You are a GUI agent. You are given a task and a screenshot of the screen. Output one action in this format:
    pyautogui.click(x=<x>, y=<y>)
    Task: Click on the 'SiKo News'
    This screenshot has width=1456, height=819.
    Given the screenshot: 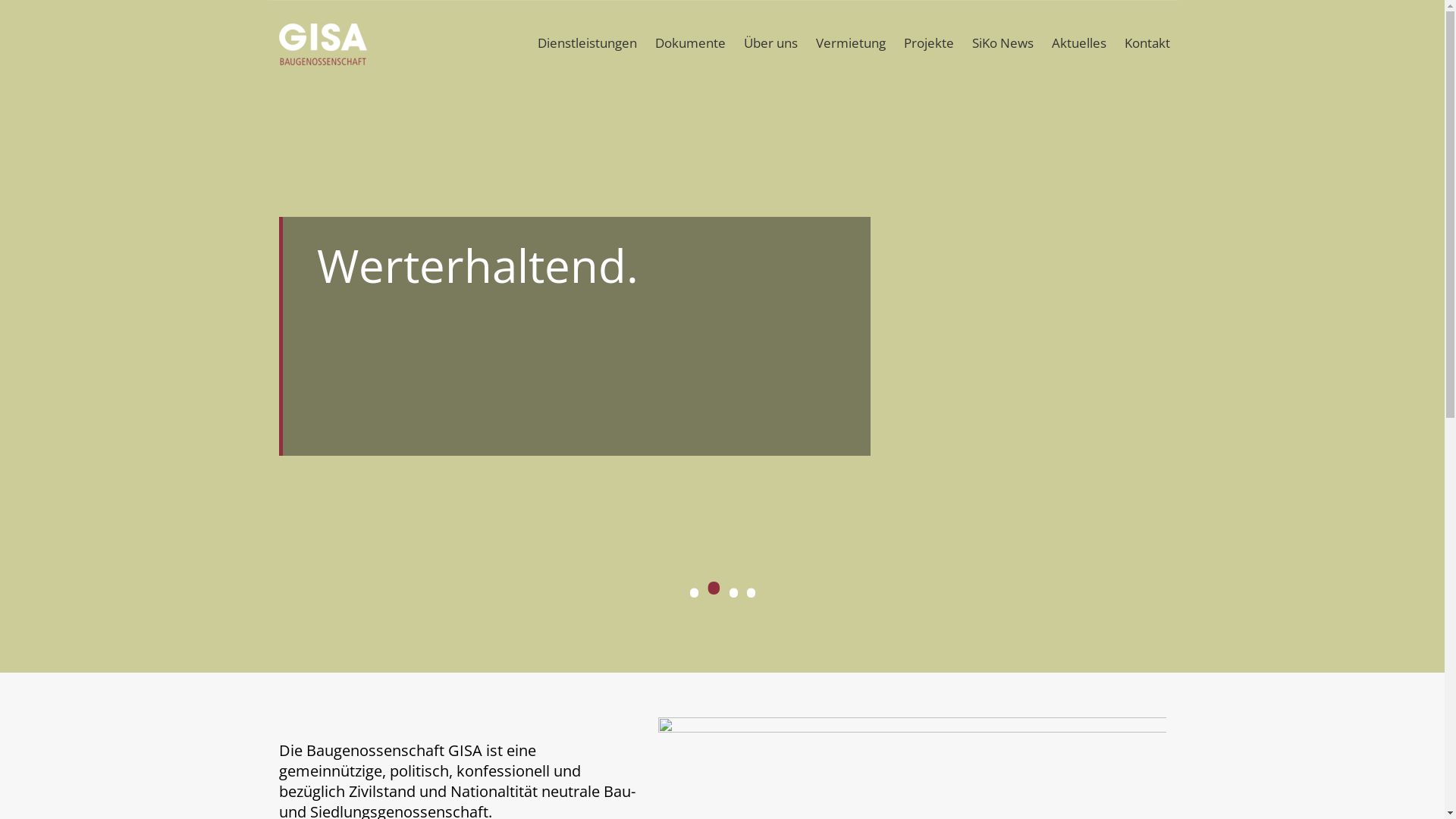 What is the action you would take?
    pyautogui.click(x=1003, y=42)
    